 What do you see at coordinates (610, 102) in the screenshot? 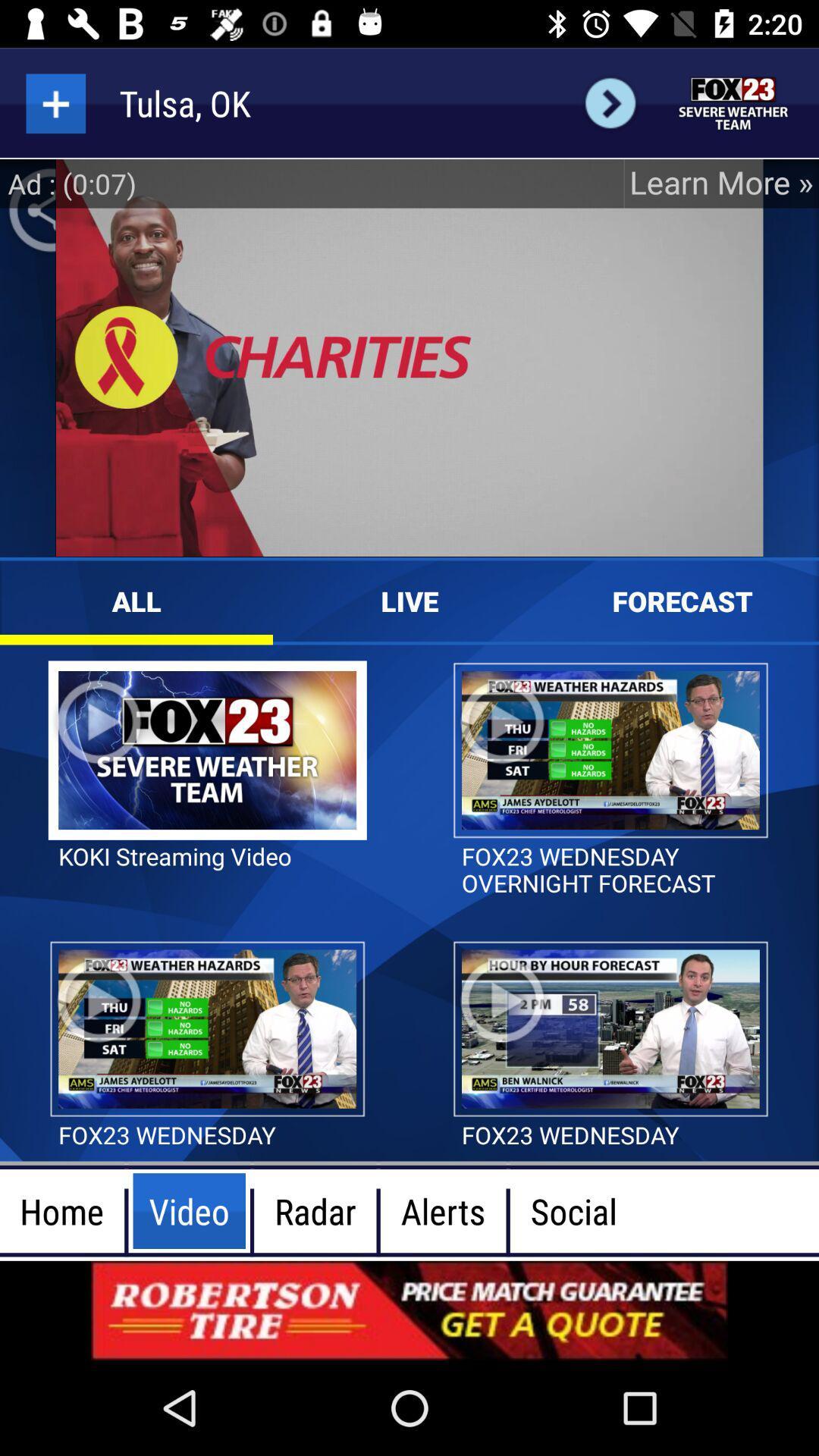
I see `next button` at bounding box center [610, 102].